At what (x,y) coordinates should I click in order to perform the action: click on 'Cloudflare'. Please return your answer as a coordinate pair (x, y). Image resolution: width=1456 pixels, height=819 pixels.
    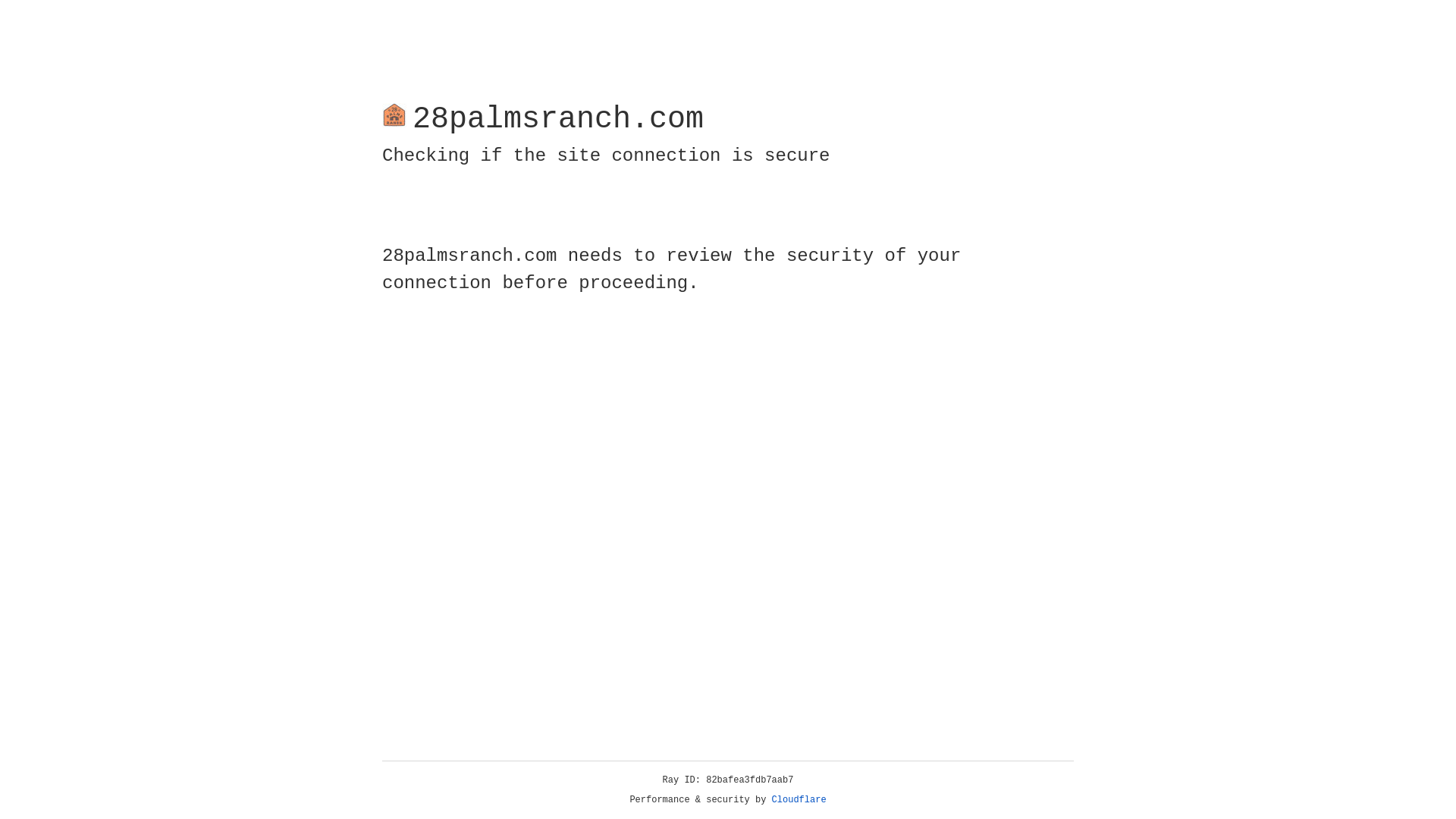
    Looking at the image, I should click on (771, 799).